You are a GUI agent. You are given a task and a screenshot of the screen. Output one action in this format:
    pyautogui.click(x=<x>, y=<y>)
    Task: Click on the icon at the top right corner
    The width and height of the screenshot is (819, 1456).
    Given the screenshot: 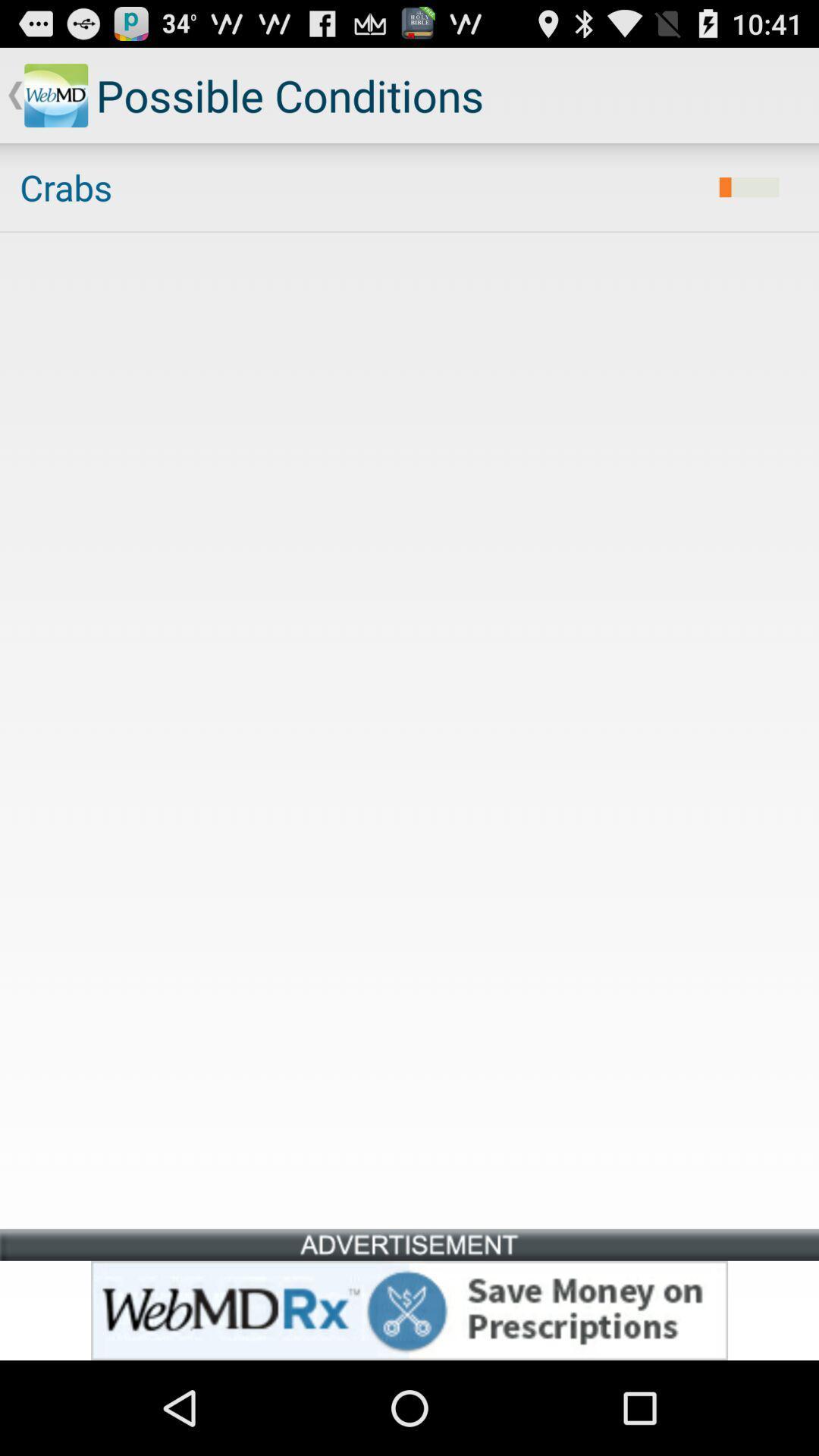 What is the action you would take?
    pyautogui.click(x=748, y=187)
    